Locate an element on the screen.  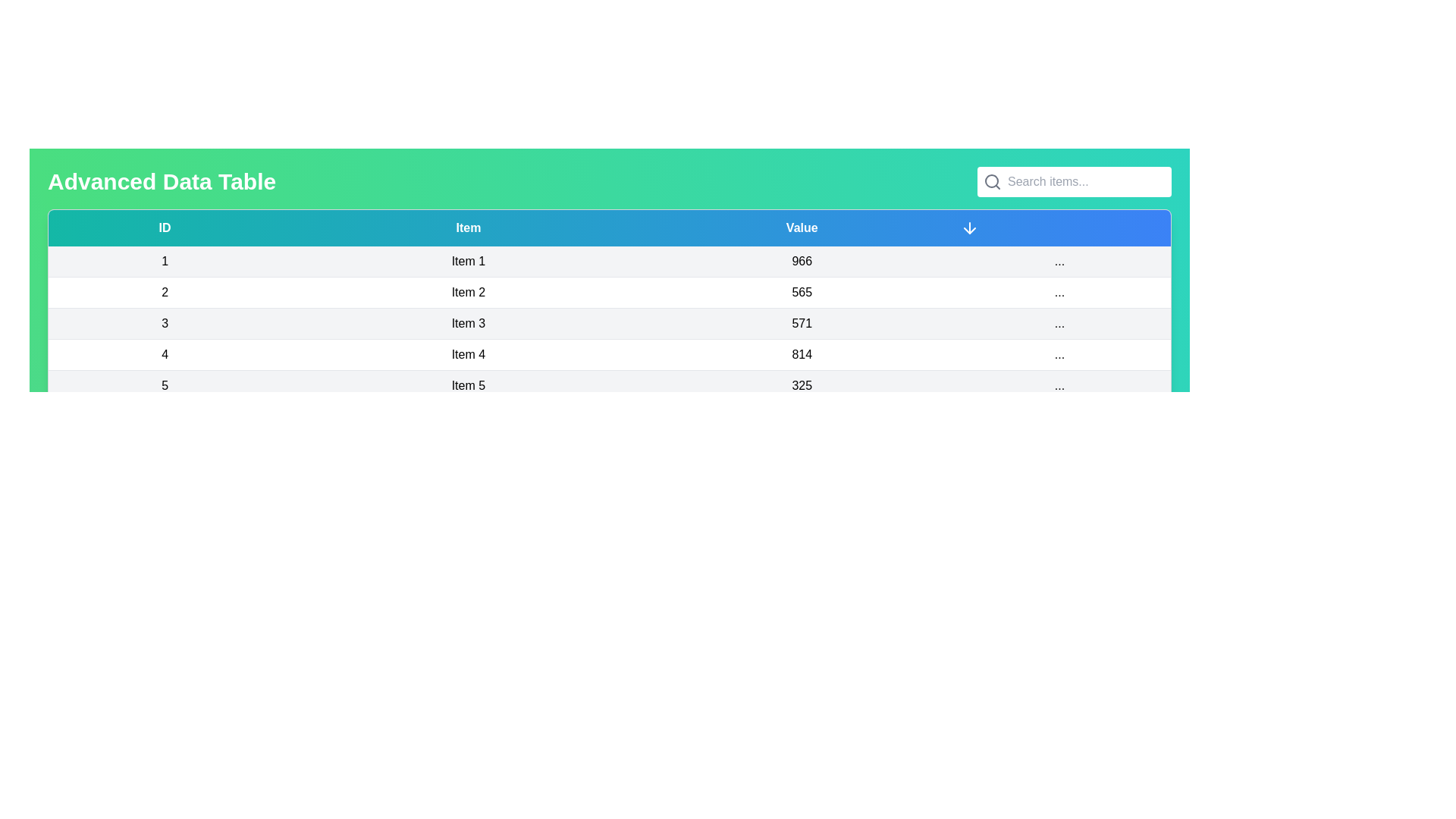
the column header Value to sort the table by that column is located at coordinates (800, 227).